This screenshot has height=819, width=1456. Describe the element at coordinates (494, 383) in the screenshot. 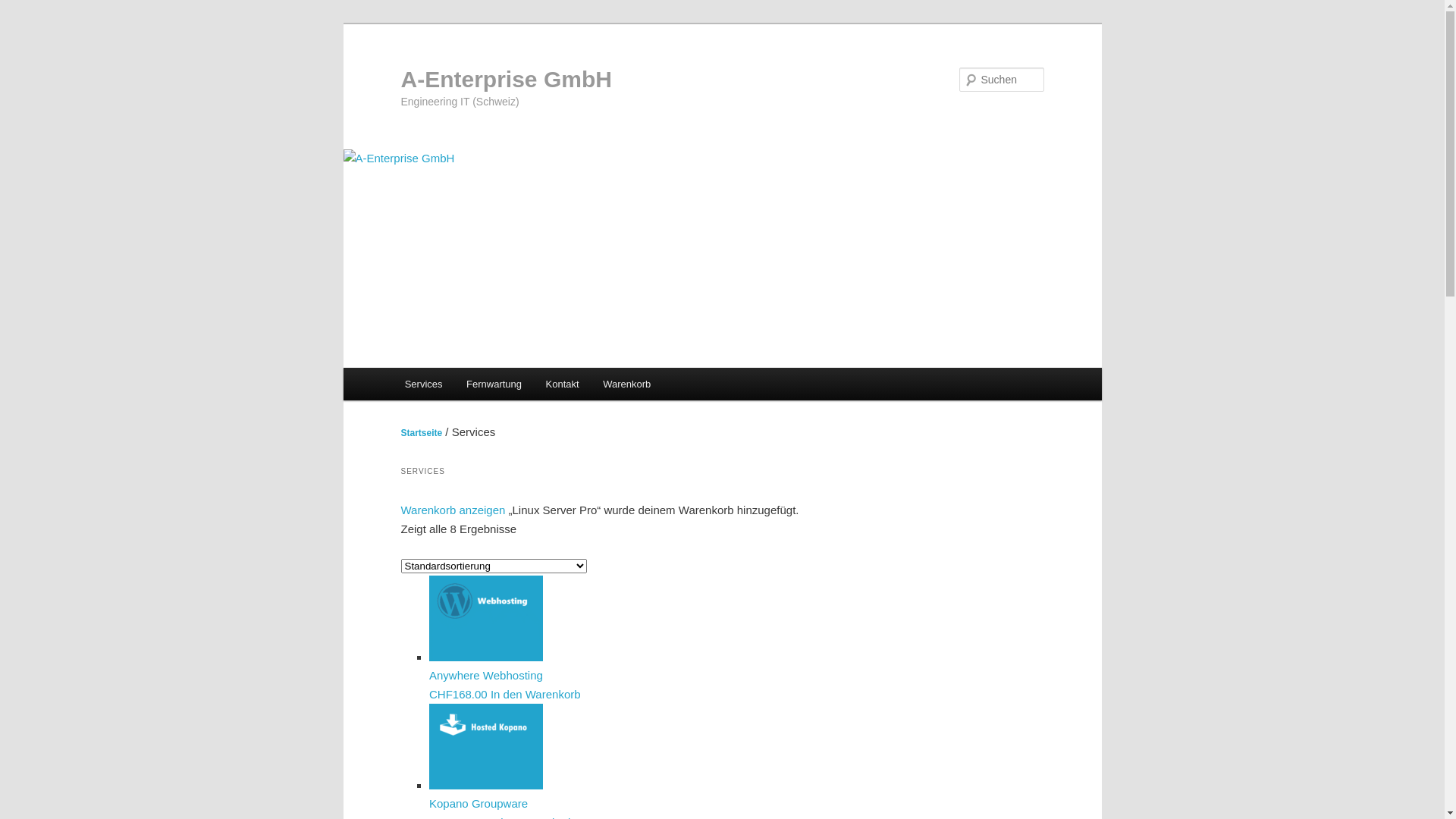

I see `'Fernwartung'` at that location.